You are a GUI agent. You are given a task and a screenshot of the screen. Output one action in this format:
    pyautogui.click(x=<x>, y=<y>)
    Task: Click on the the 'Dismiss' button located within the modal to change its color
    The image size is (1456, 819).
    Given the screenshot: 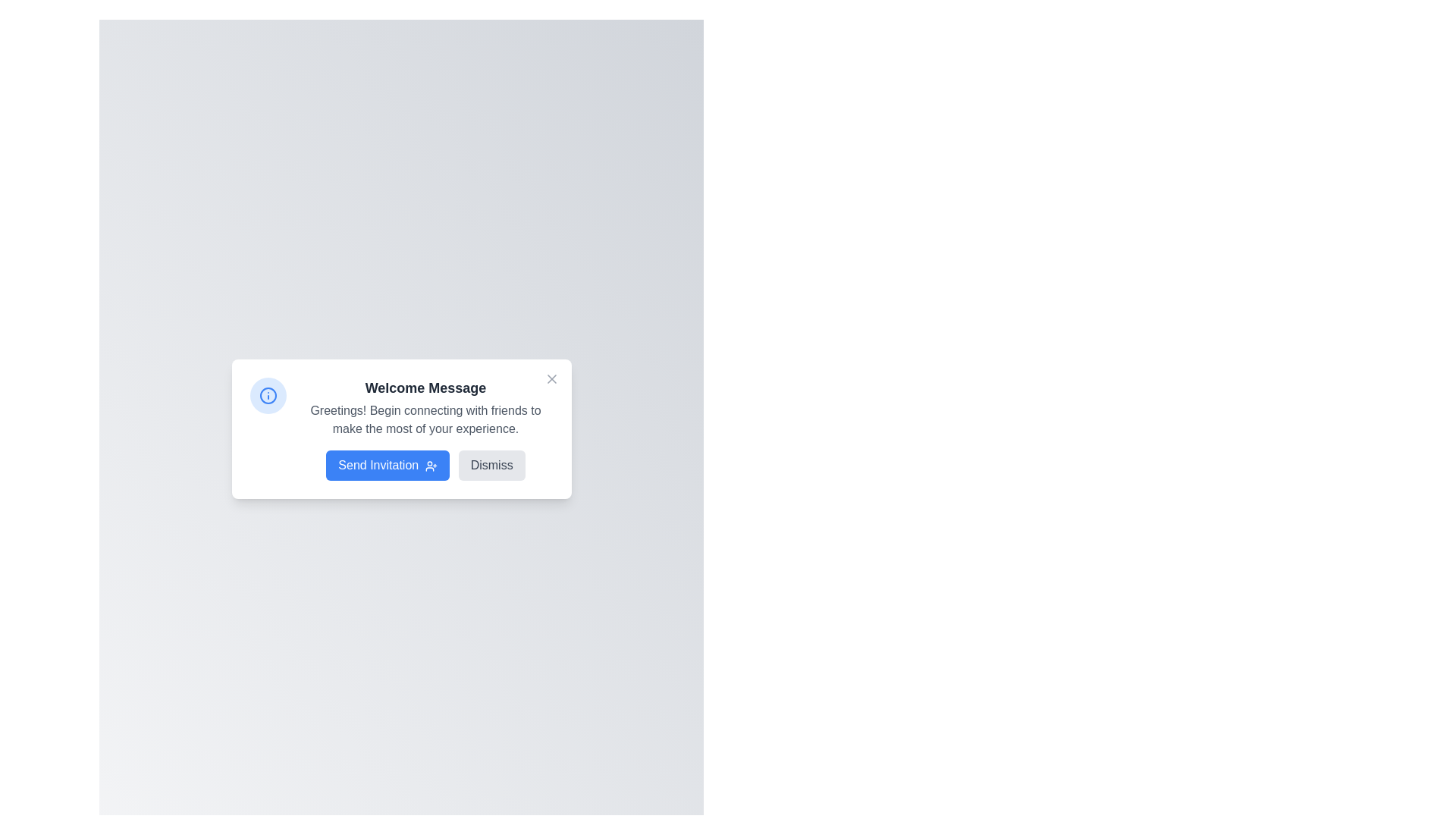 What is the action you would take?
    pyautogui.click(x=491, y=464)
    